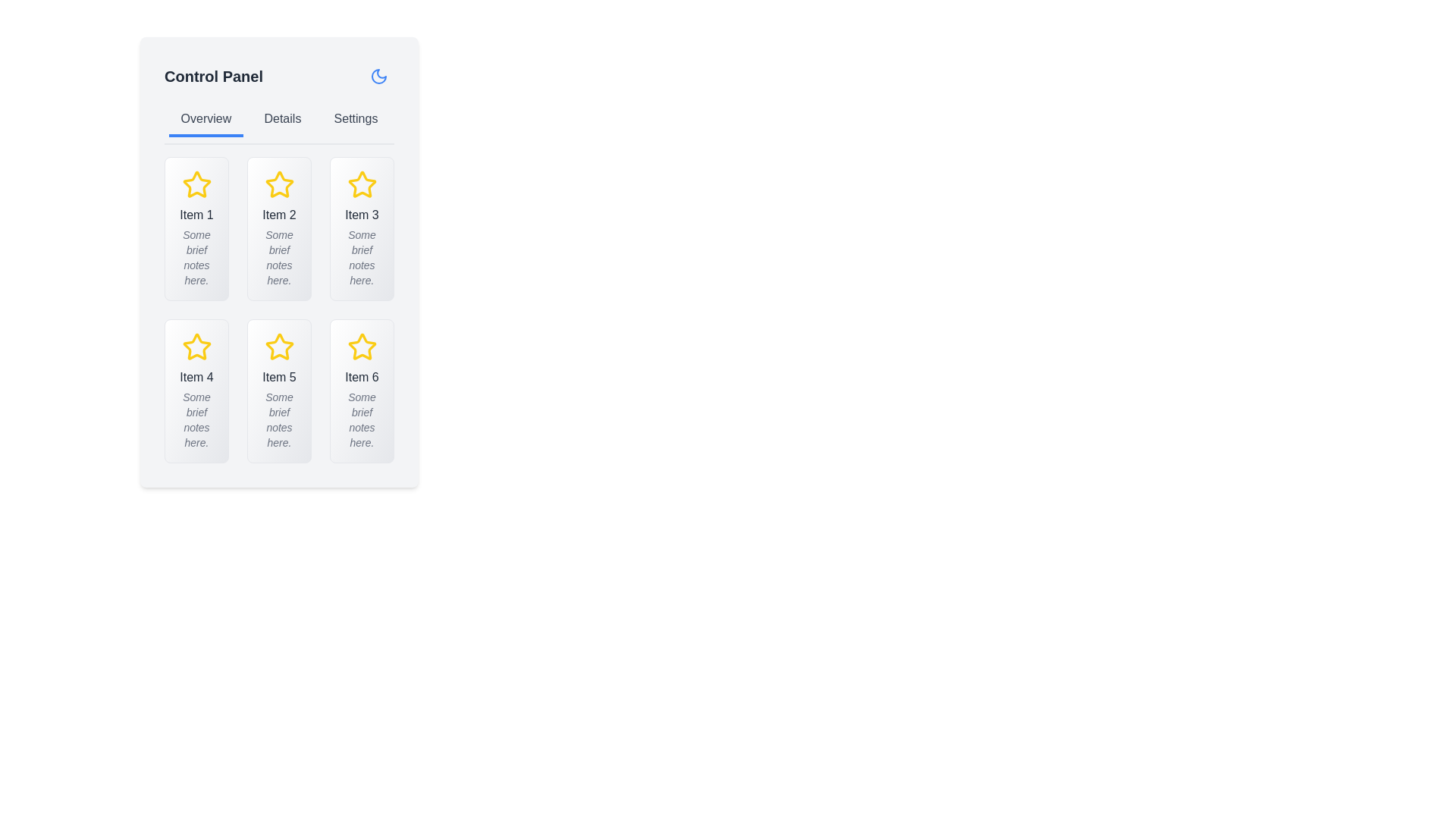  I want to click on the sixth card in the grid structure, which displays a star icon and the text 'Item 6' with brief notes, so click(361, 391).